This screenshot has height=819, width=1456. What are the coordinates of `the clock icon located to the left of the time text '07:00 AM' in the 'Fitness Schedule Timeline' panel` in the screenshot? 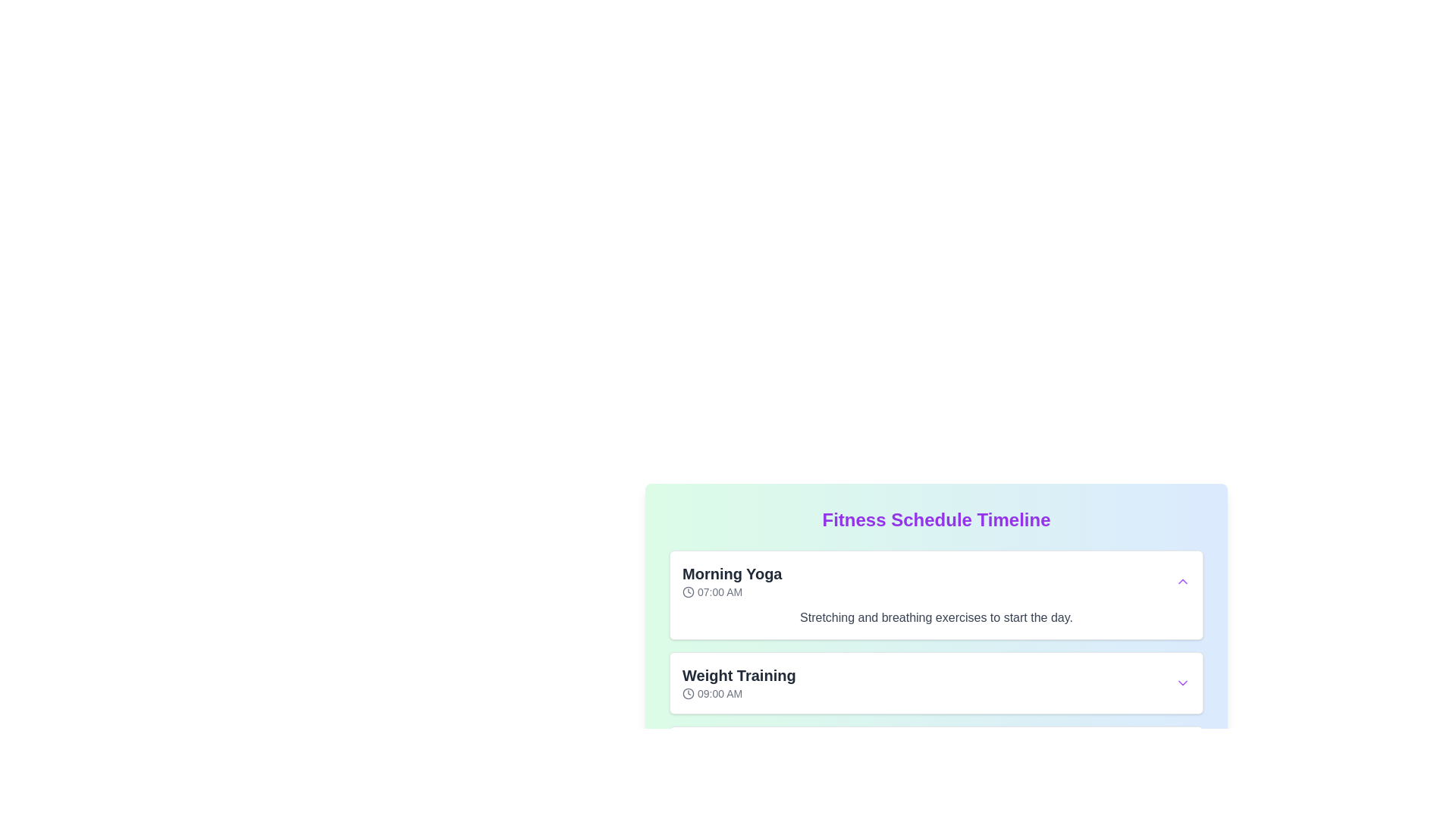 It's located at (687, 591).